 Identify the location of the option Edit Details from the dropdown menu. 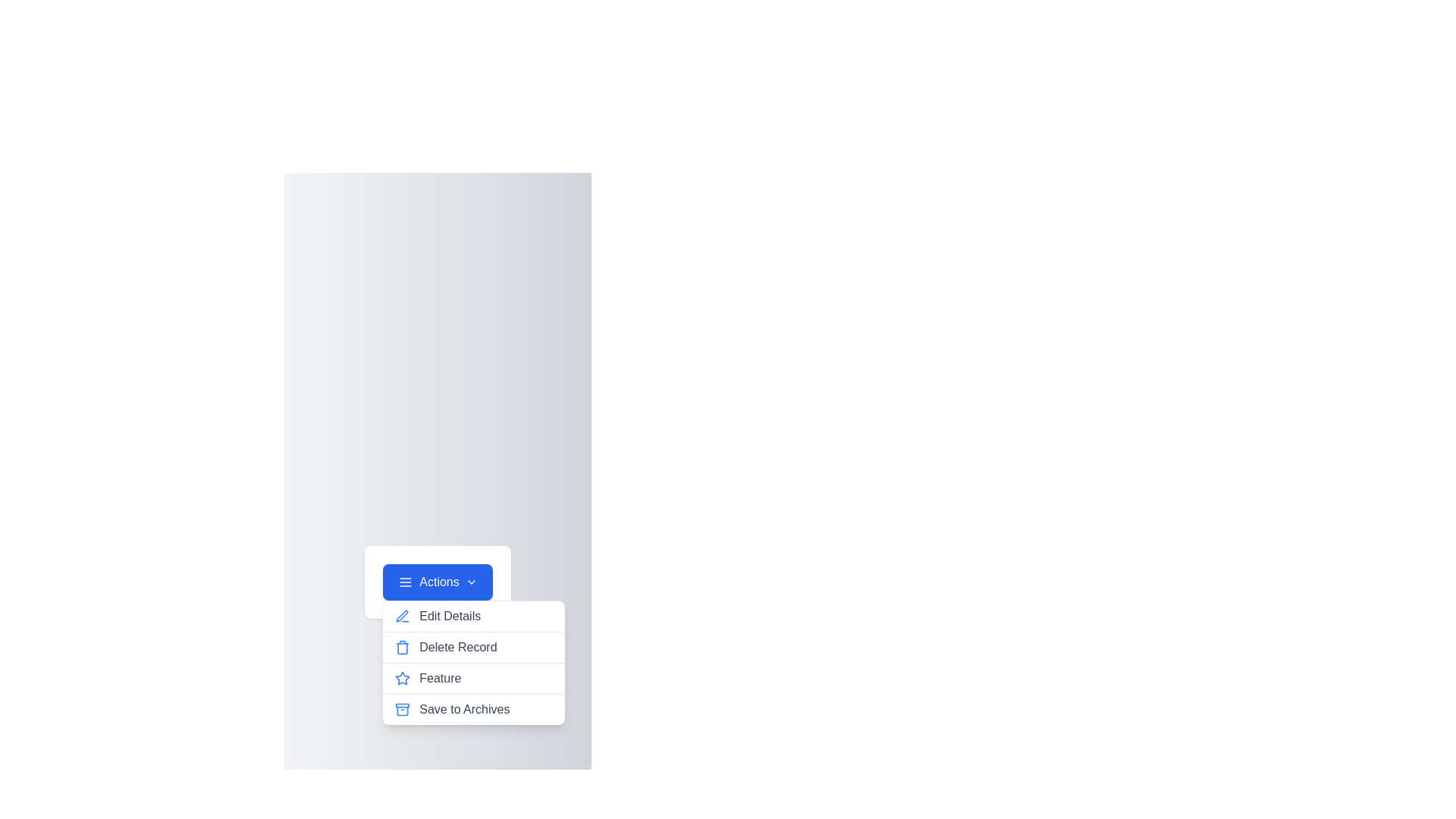
(472, 617).